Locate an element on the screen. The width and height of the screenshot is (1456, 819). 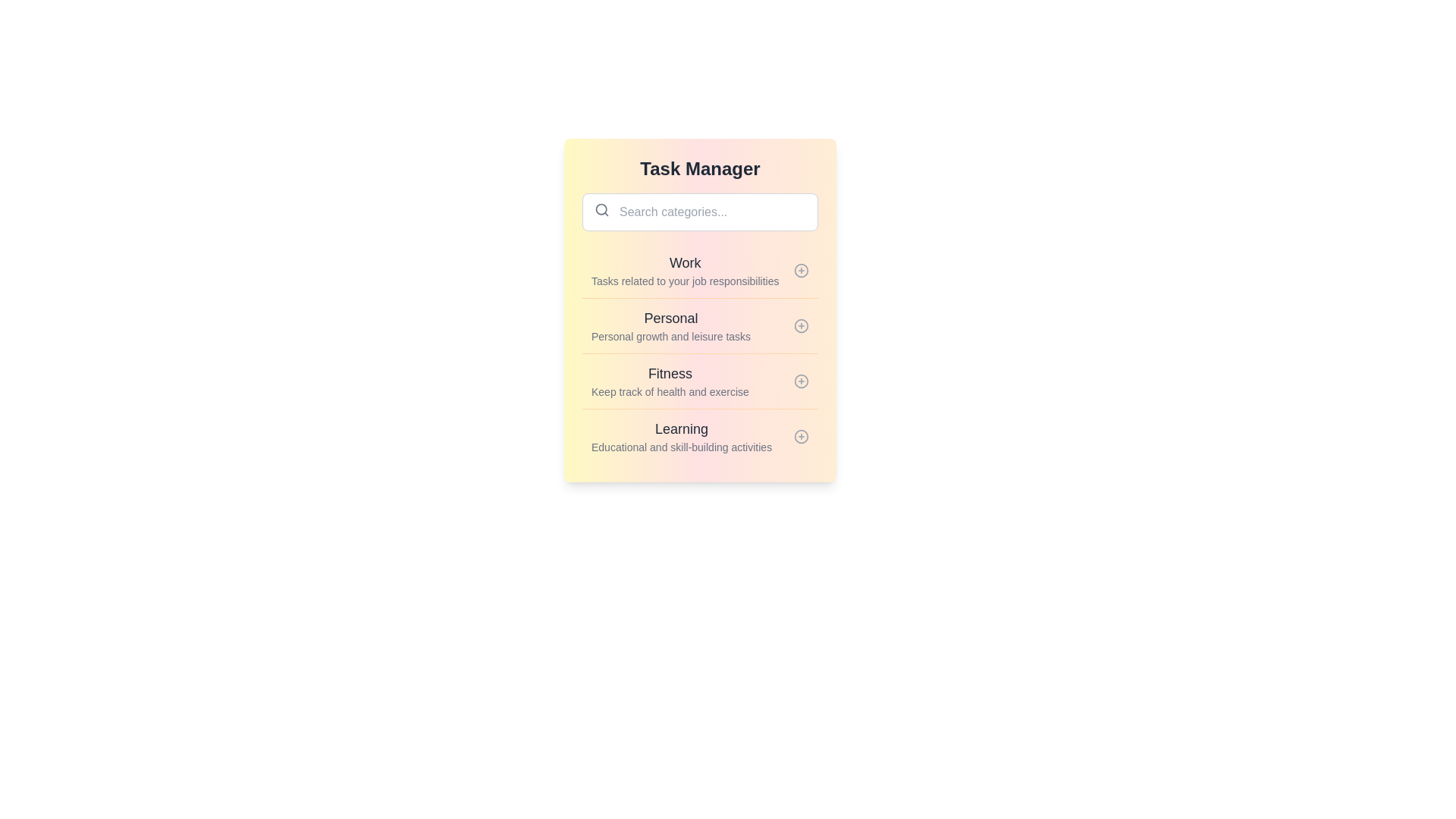
the search icon element located to the left of the search input field to initiate interaction is located at coordinates (601, 210).